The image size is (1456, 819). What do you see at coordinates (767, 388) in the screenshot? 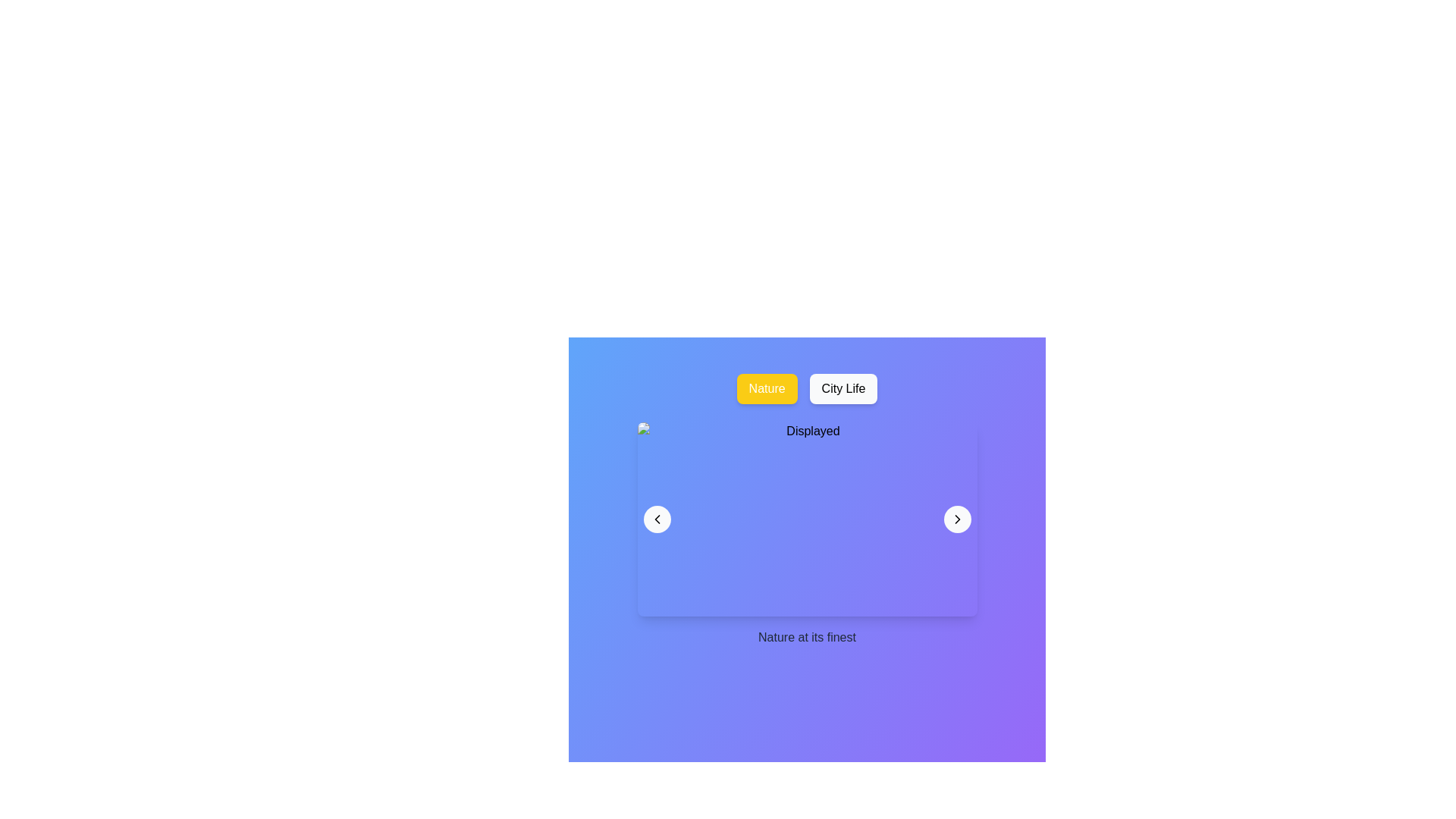
I see `the 'Nature' button, which is the first button with a yellow background and white text` at bounding box center [767, 388].